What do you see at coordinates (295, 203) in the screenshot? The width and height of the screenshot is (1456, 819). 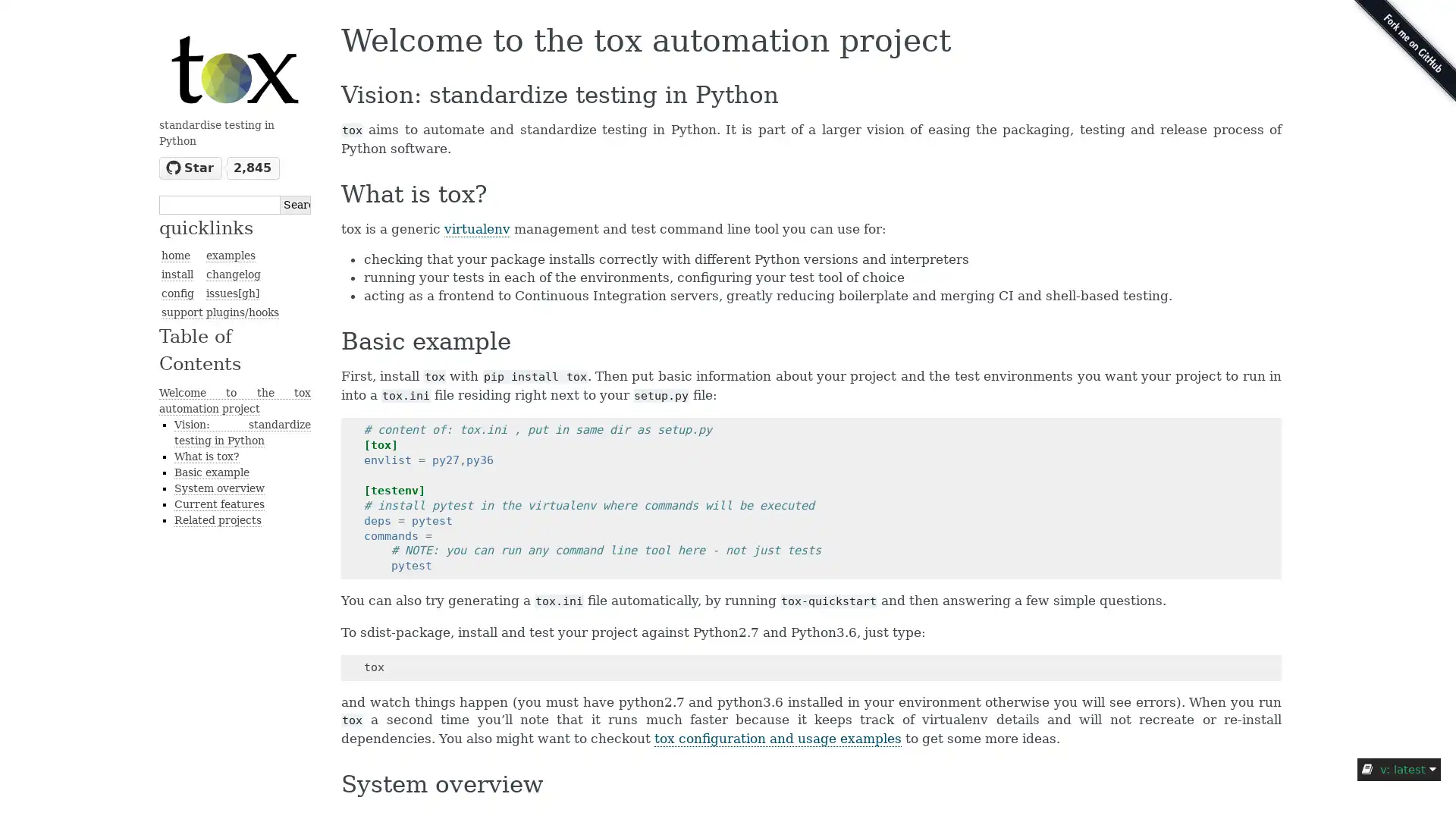 I see `Search` at bounding box center [295, 203].